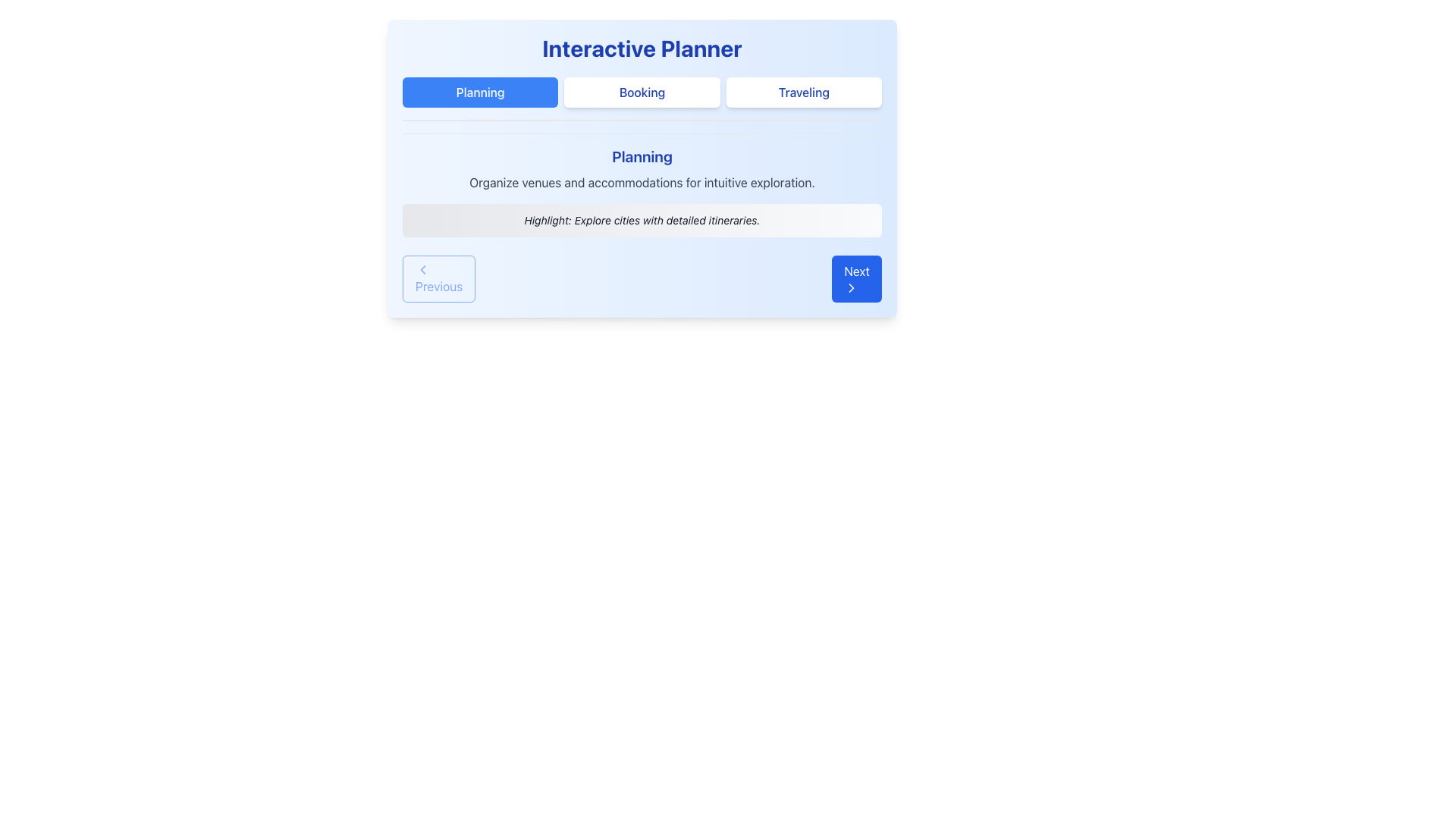 This screenshot has width=1456, height=819. What do you see at coordinates (642, 184) in the screenshot?
I see `the informational section with the header 'Planning' which contains details about organizing venues and a highlighted text block about exploring cities` at bounding box center [642, 184].